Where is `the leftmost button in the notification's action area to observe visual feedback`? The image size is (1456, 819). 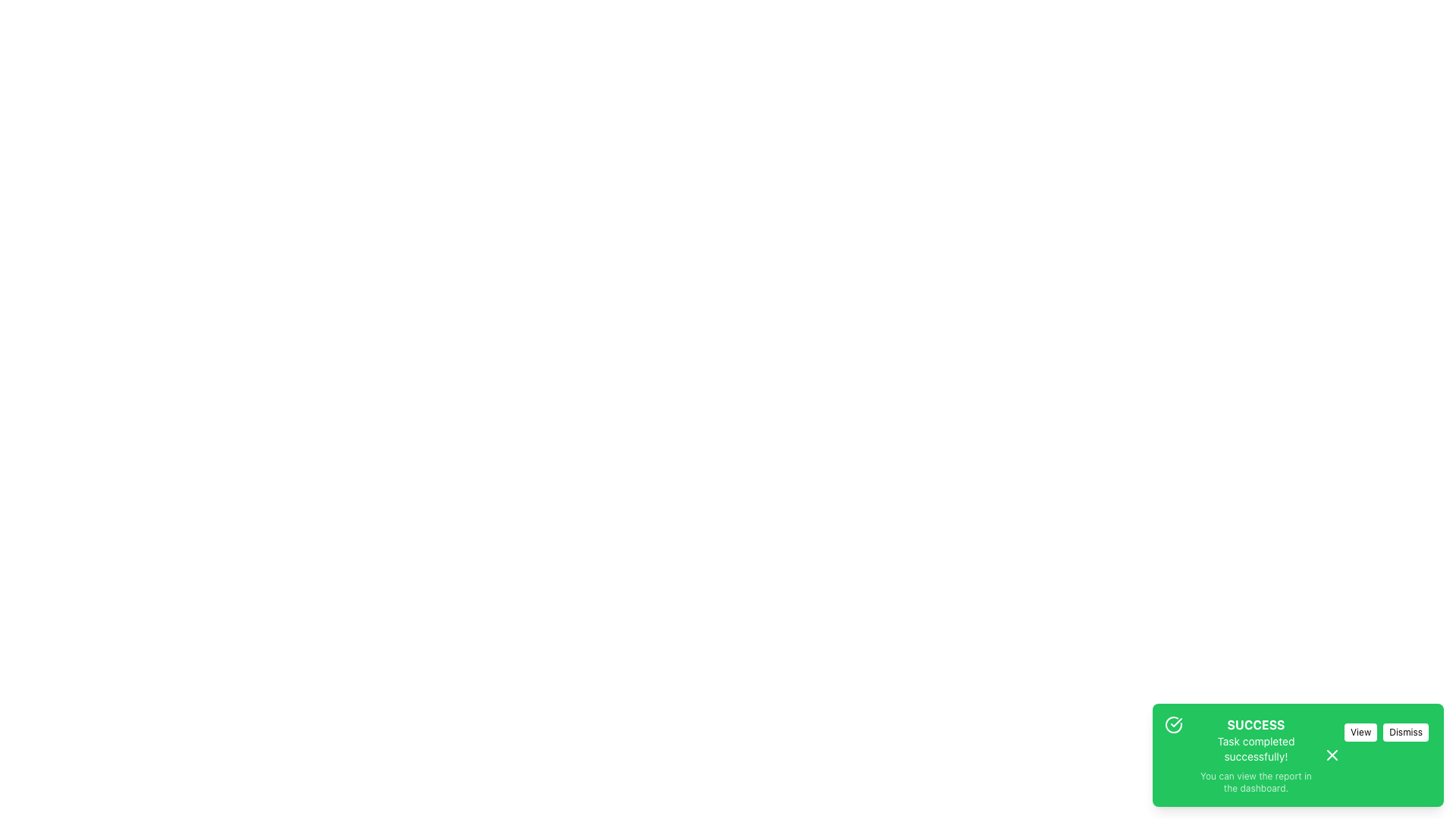 the leftmost button in the notification's action area to observe visual feedback is located at coordinates (1360, 731).